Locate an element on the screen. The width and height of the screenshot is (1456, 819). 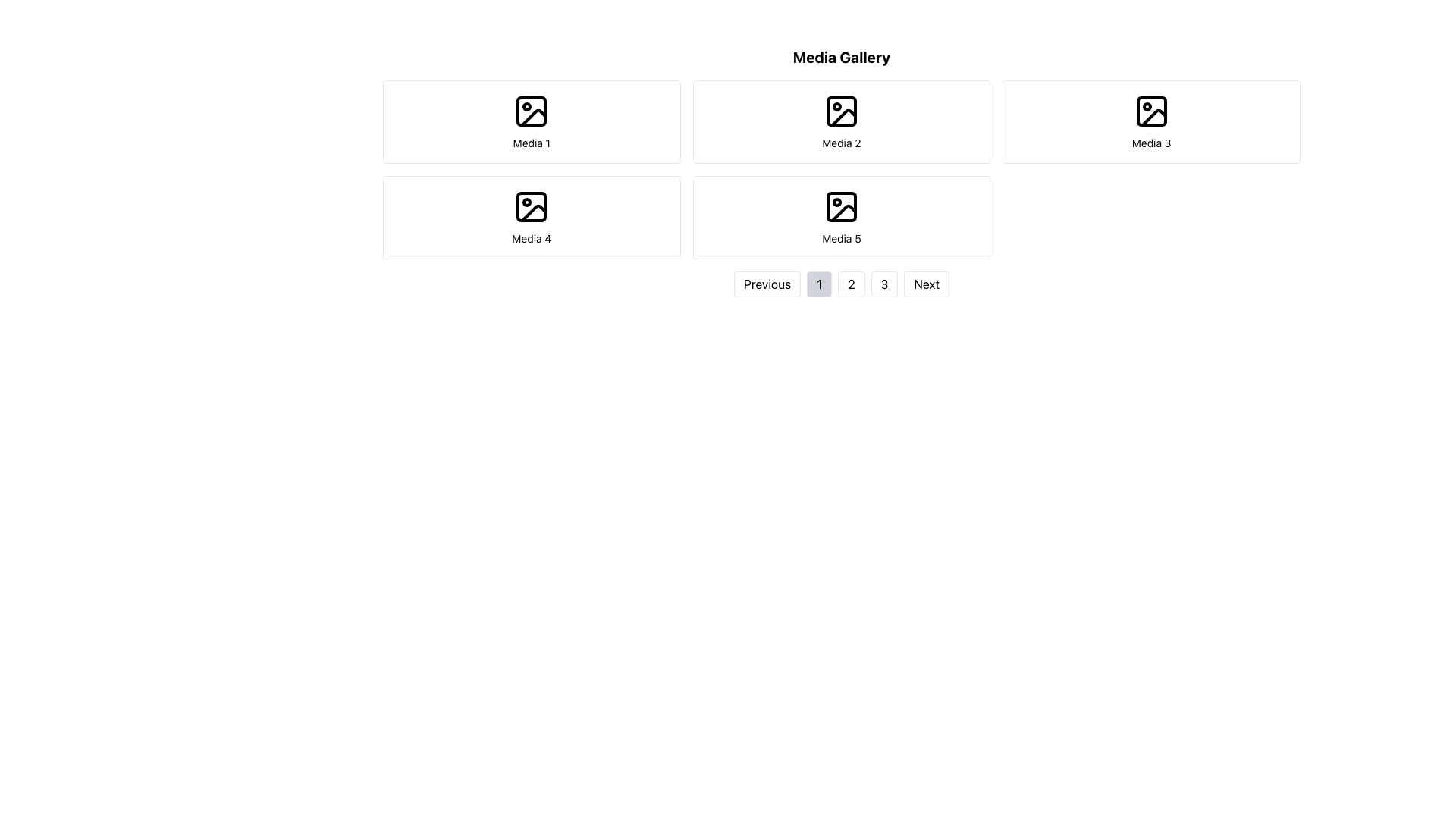
the static text label that describes the content related to the image placeholder above it, located in the second column of the first row in a grid layout is located at coordinates (840, 143).